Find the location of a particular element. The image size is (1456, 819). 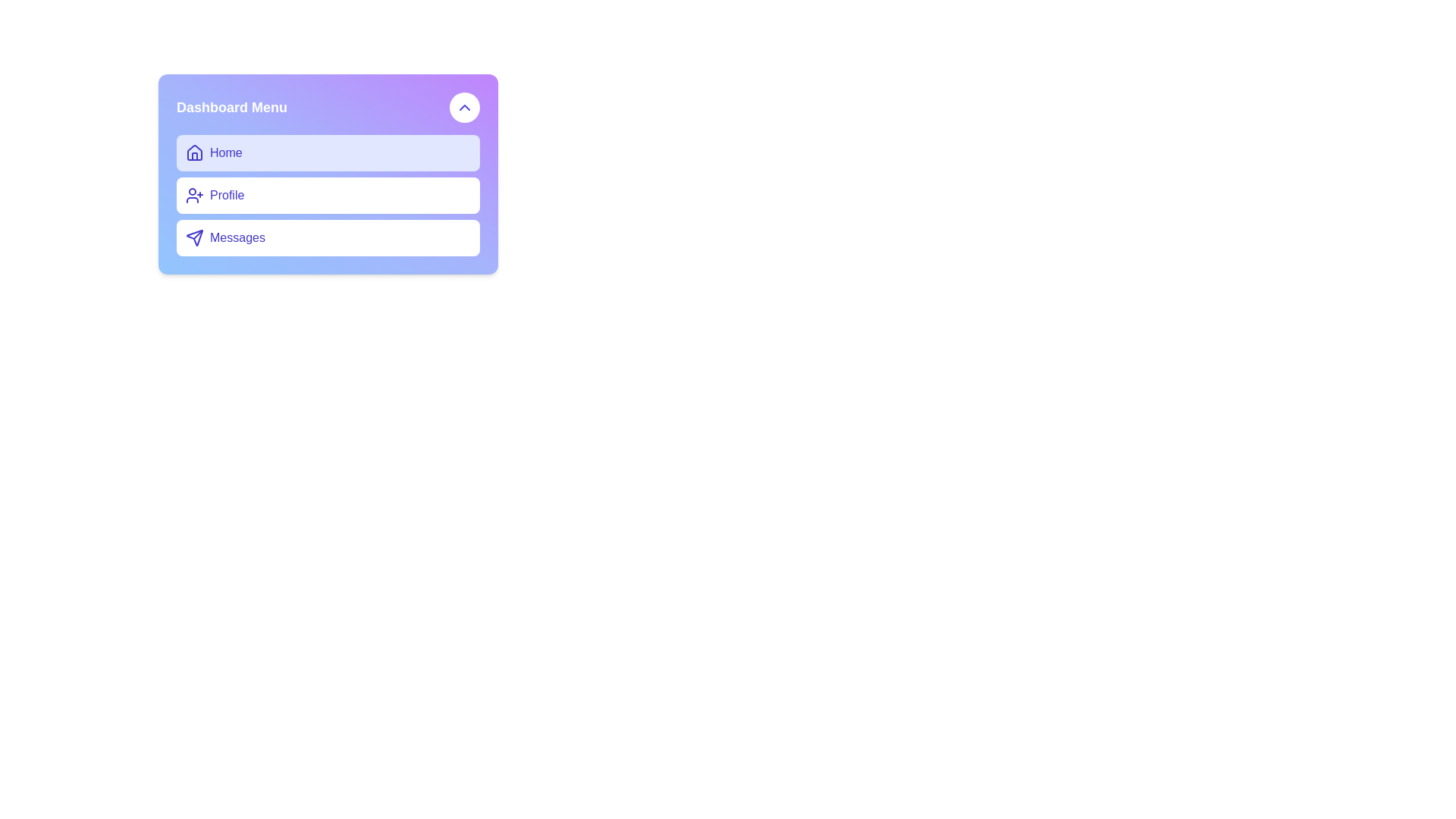

the 'Profile' menu icon located on the leftmost side of the 'Profile' menu item is located at coordinates (194, 195).